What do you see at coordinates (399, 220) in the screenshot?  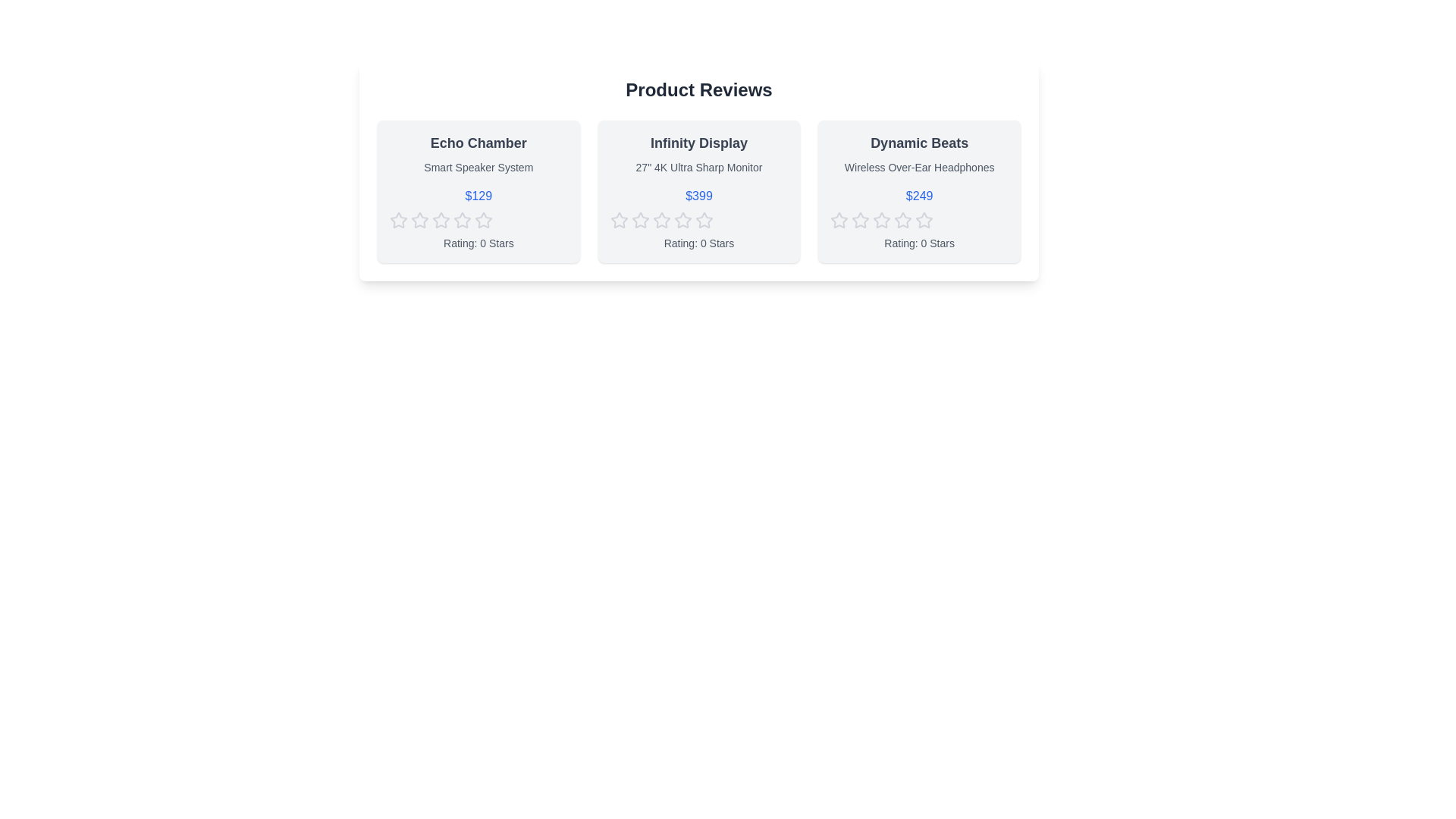 I see `the first rating star icon in the 'Echo Chamber' product review card` at bounding box center [399, 220].